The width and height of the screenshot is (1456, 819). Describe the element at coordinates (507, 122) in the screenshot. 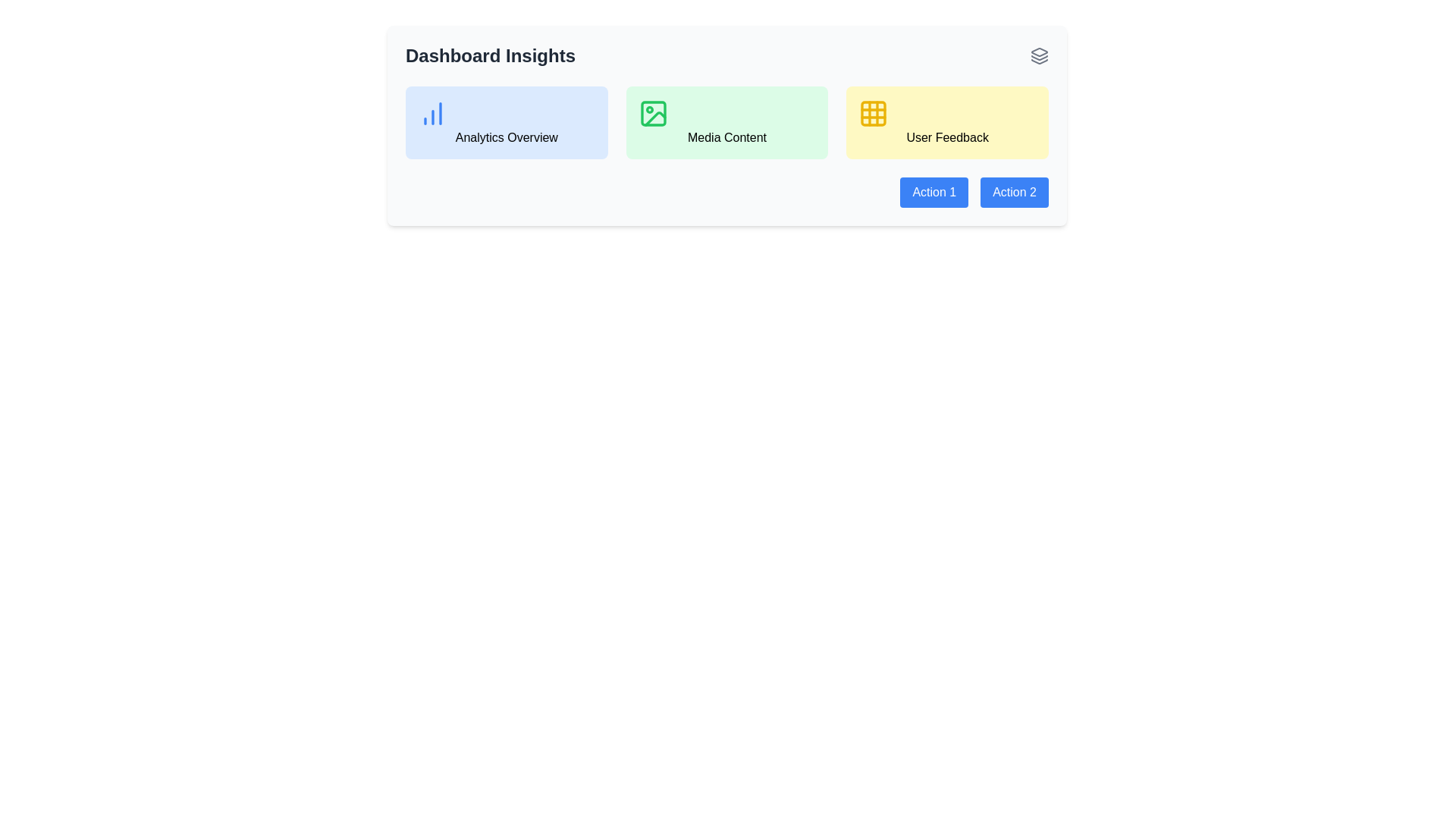

I see `the first analytics card in the 'Dashboard Insights' section, which is located to the left of the 'Media Content' and 'User Feedback' cards` at that location.